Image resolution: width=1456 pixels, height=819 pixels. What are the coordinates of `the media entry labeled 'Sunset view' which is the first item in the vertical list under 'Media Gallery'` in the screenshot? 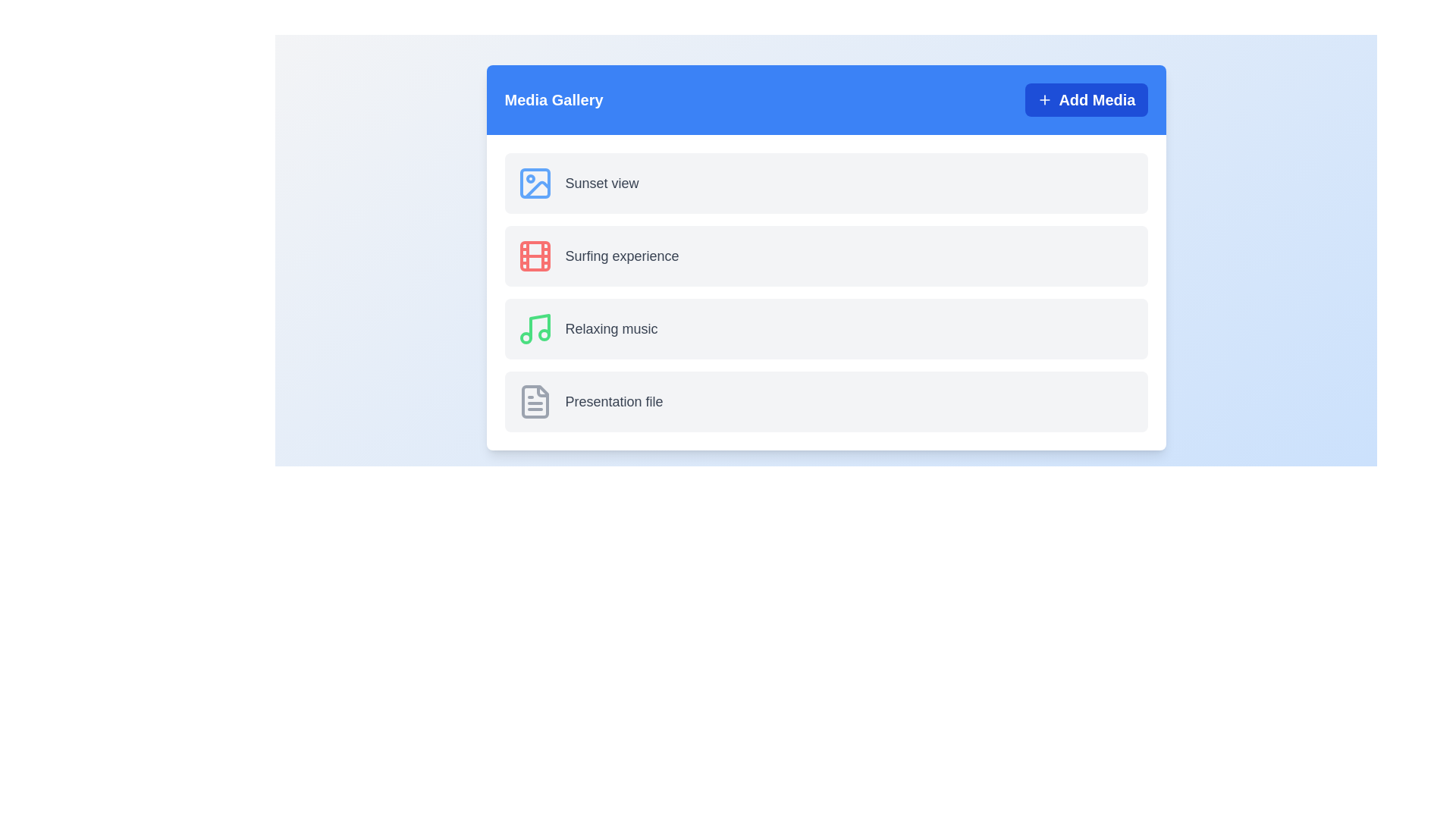 It's located at (825, 183).